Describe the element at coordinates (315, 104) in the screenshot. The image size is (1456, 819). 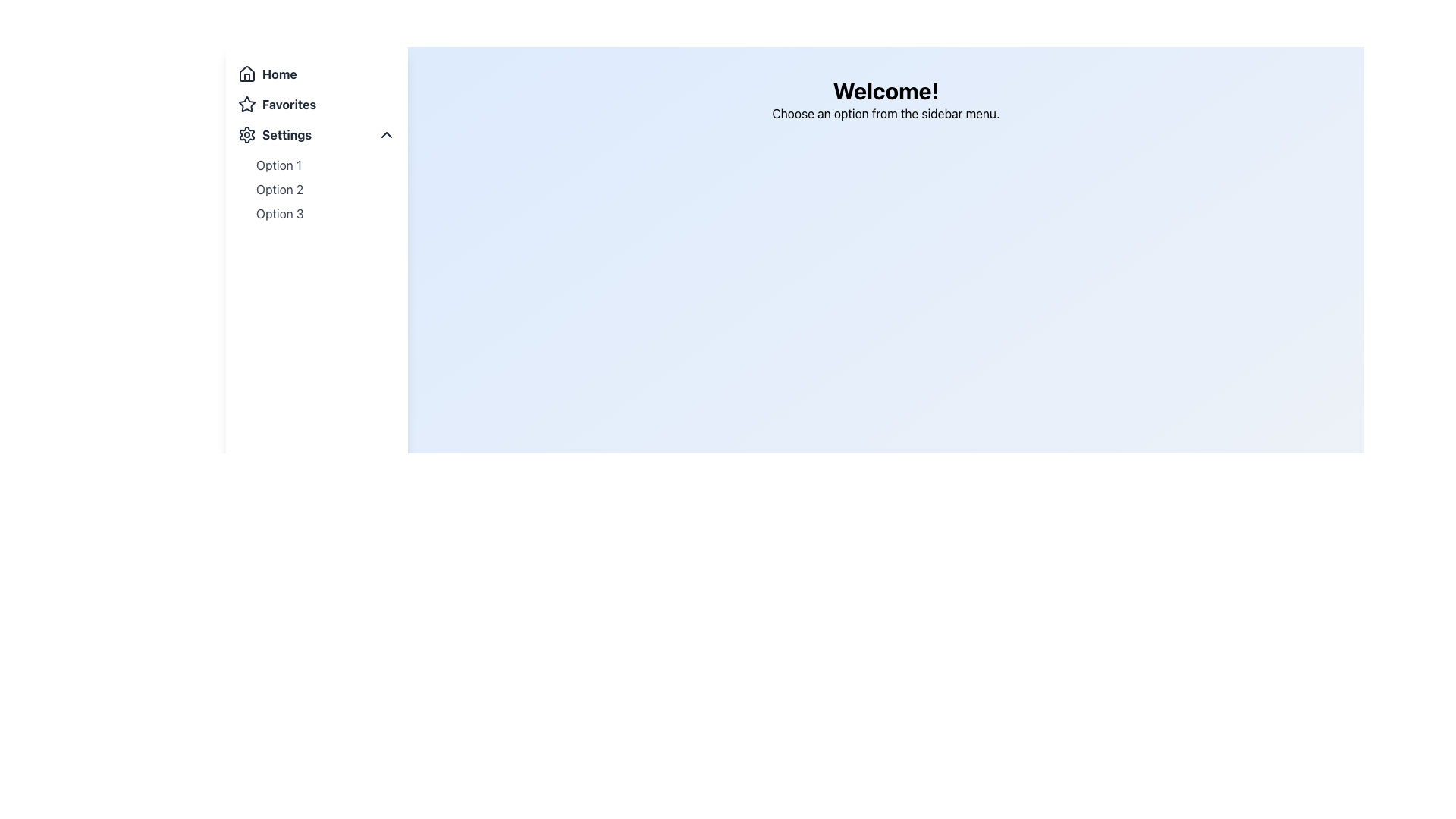
I see `the 'Favorites' button-like navigation item in the vertical navigation panel` at that location.